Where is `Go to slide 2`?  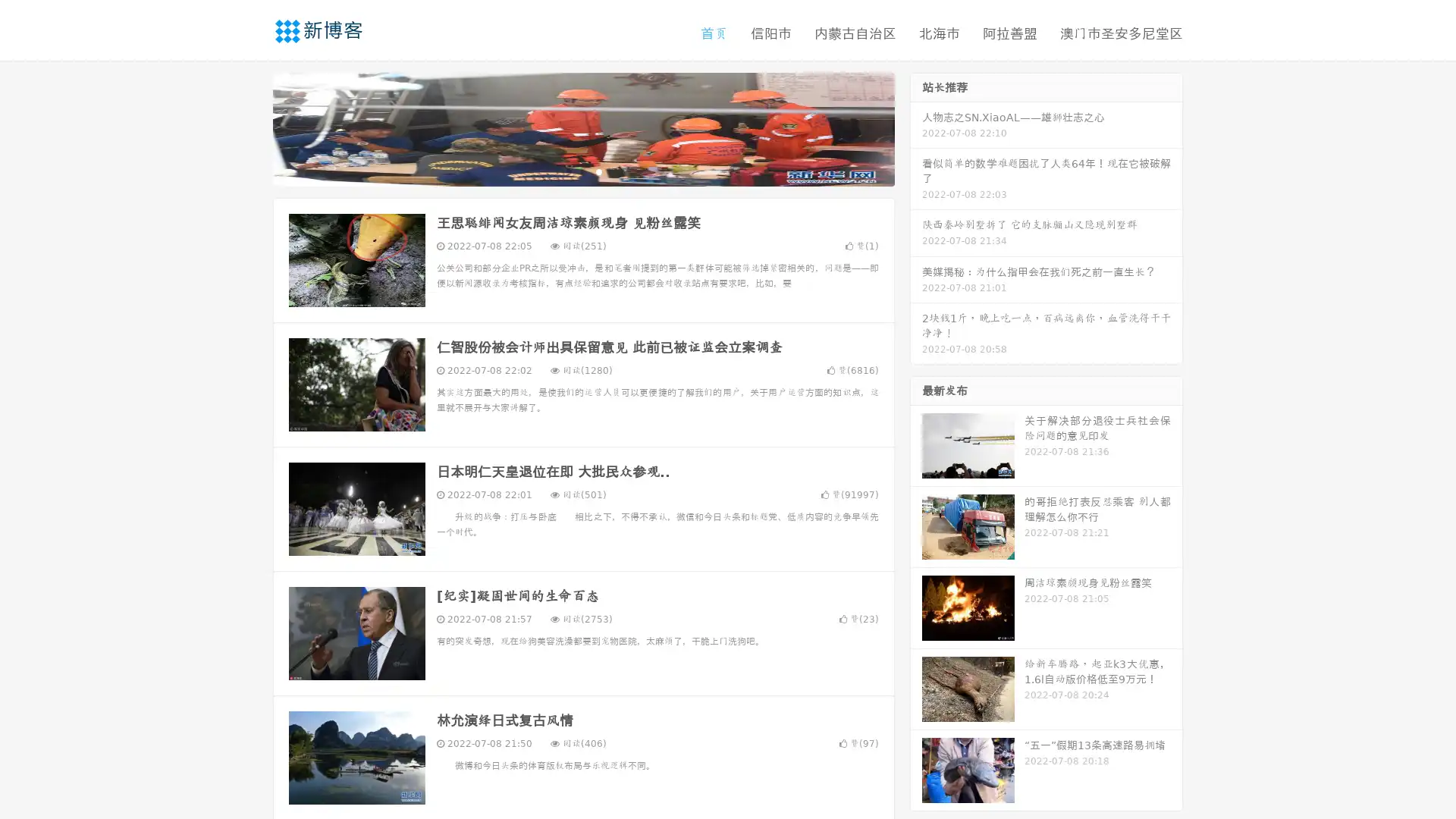 Go to slide 2 is located at coordinates (582, 171).